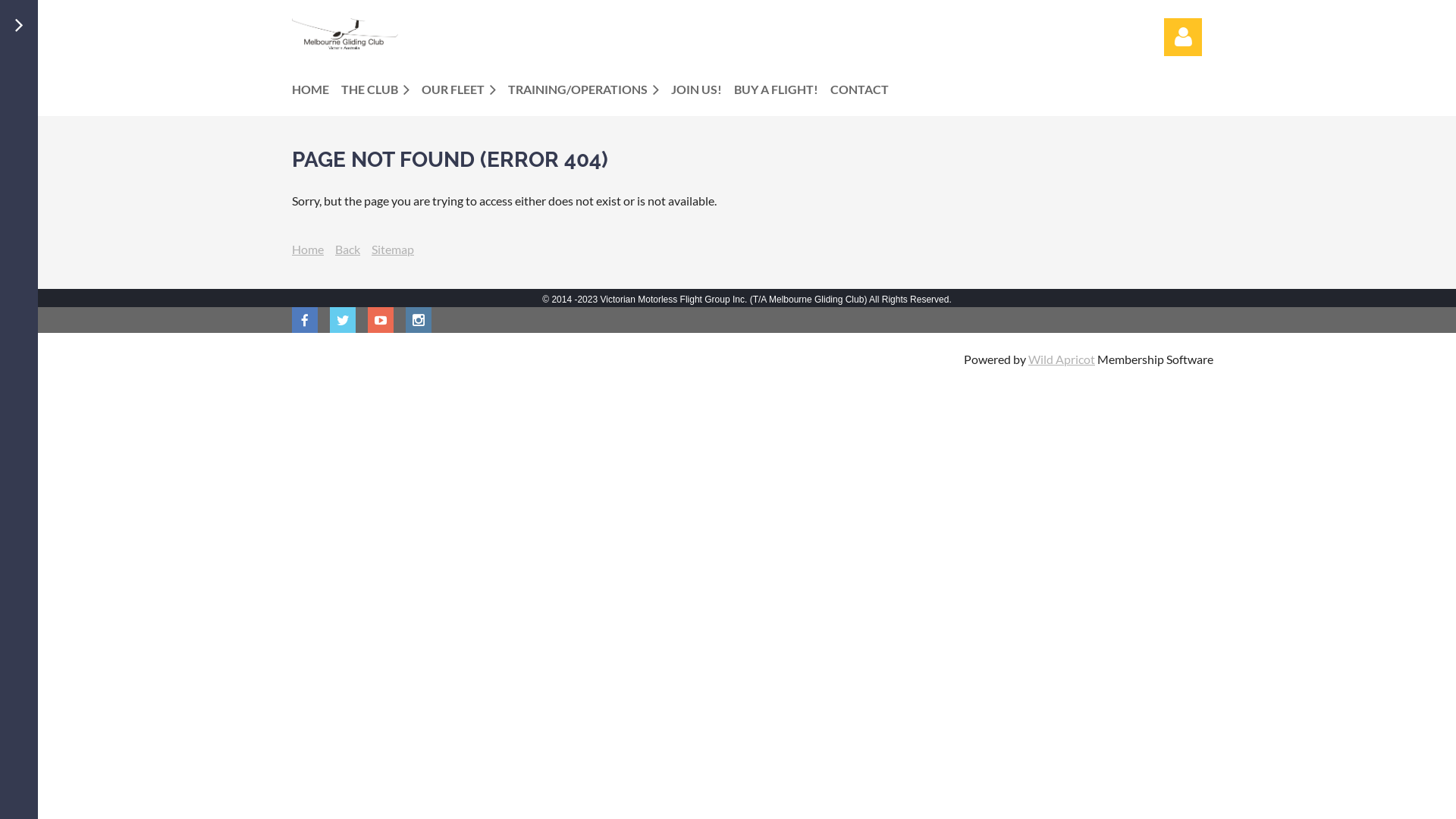  I want to click on 'Instagram', so click(419, 318).